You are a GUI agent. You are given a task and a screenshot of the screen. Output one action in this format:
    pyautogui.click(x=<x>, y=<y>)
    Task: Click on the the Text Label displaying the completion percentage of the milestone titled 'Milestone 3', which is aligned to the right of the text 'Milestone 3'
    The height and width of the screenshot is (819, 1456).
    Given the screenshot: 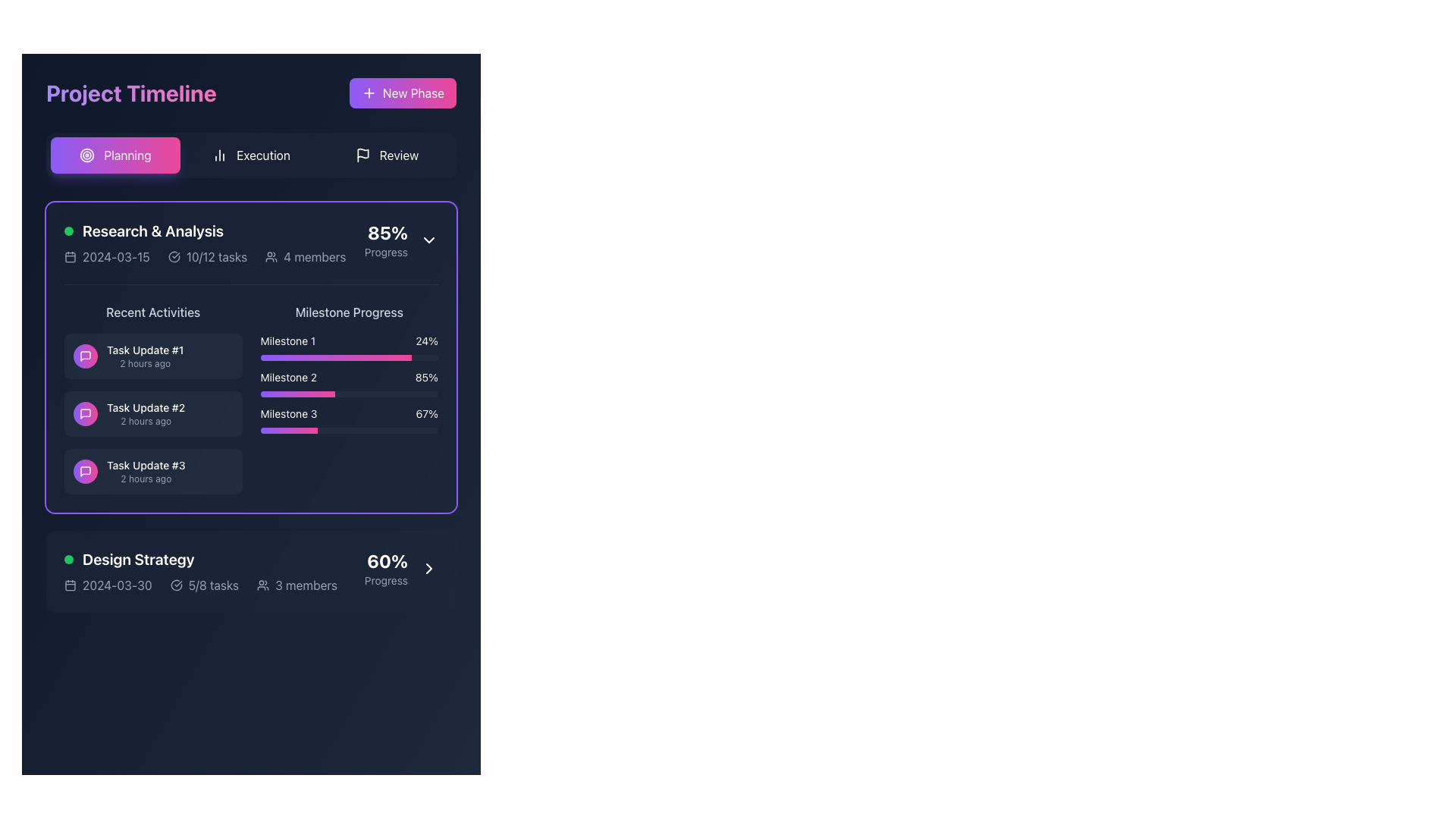 What is the action you would take?
    pyautogui.click(x=426, y=414)
    